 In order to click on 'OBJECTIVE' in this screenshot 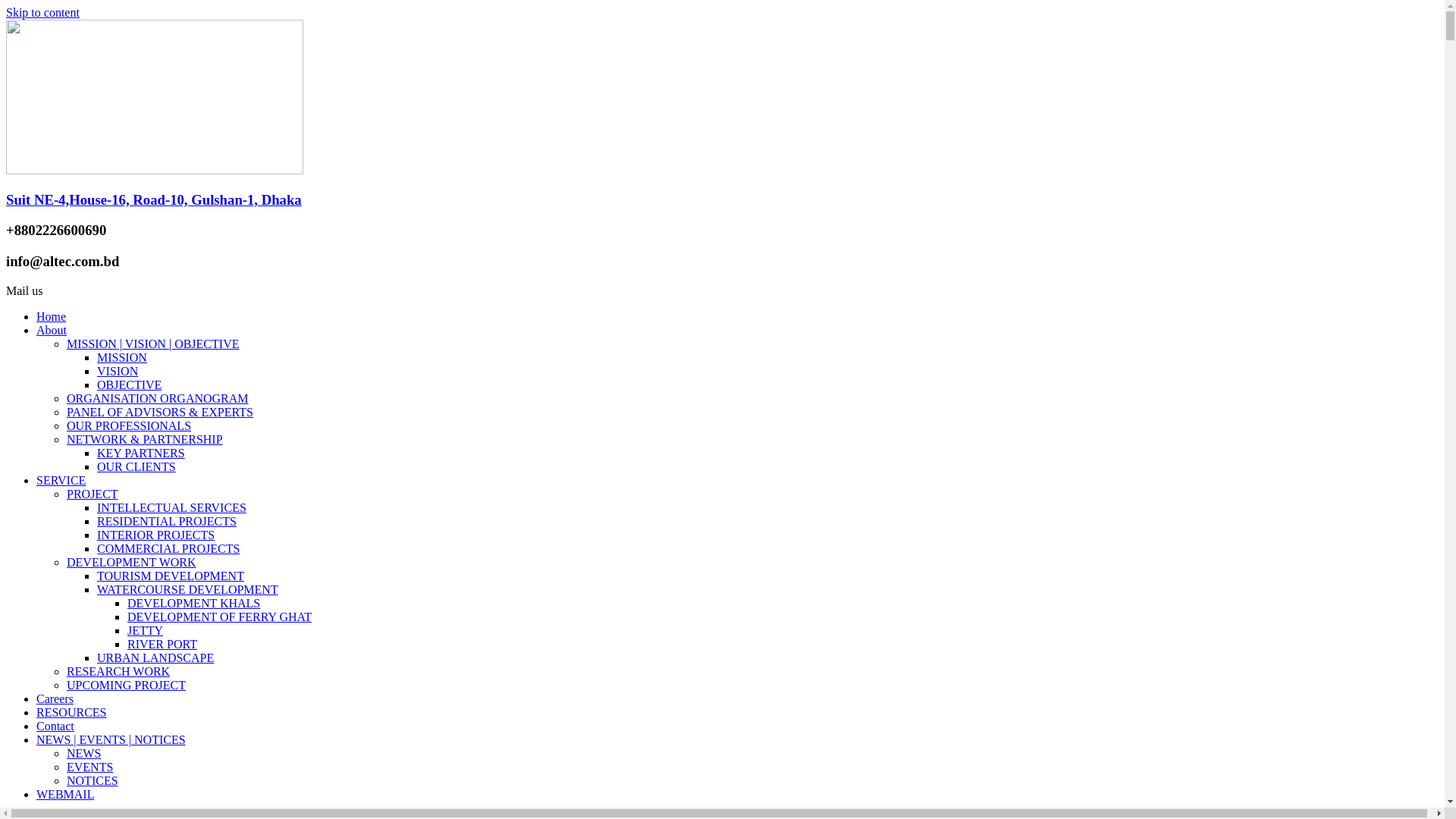, I will do `click(129, 384)`.